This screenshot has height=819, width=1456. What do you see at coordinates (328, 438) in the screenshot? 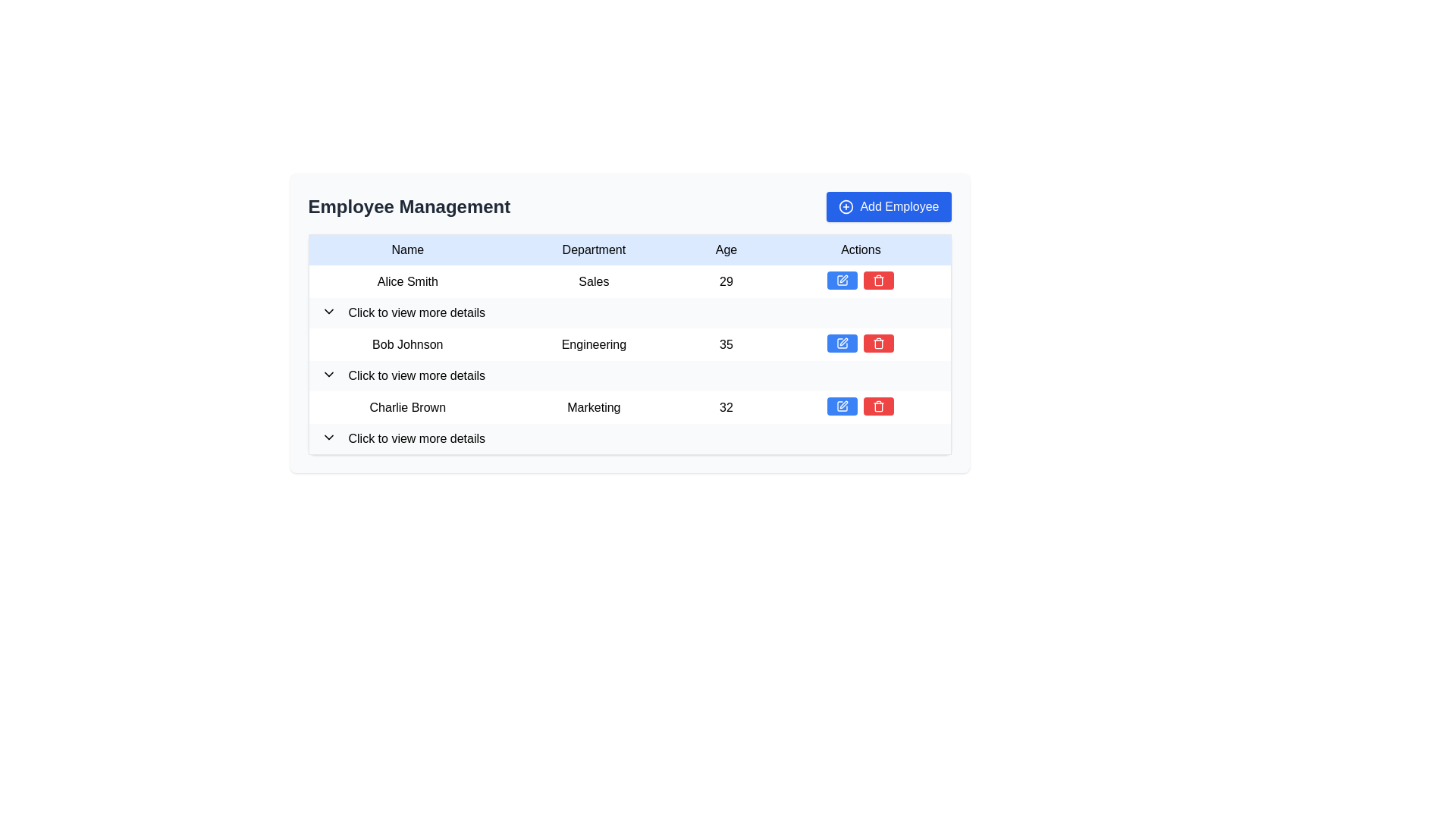
I see `the downward-facing chevron icon on the left side of the row labeled 'Click` at bounding box center [328, 438].